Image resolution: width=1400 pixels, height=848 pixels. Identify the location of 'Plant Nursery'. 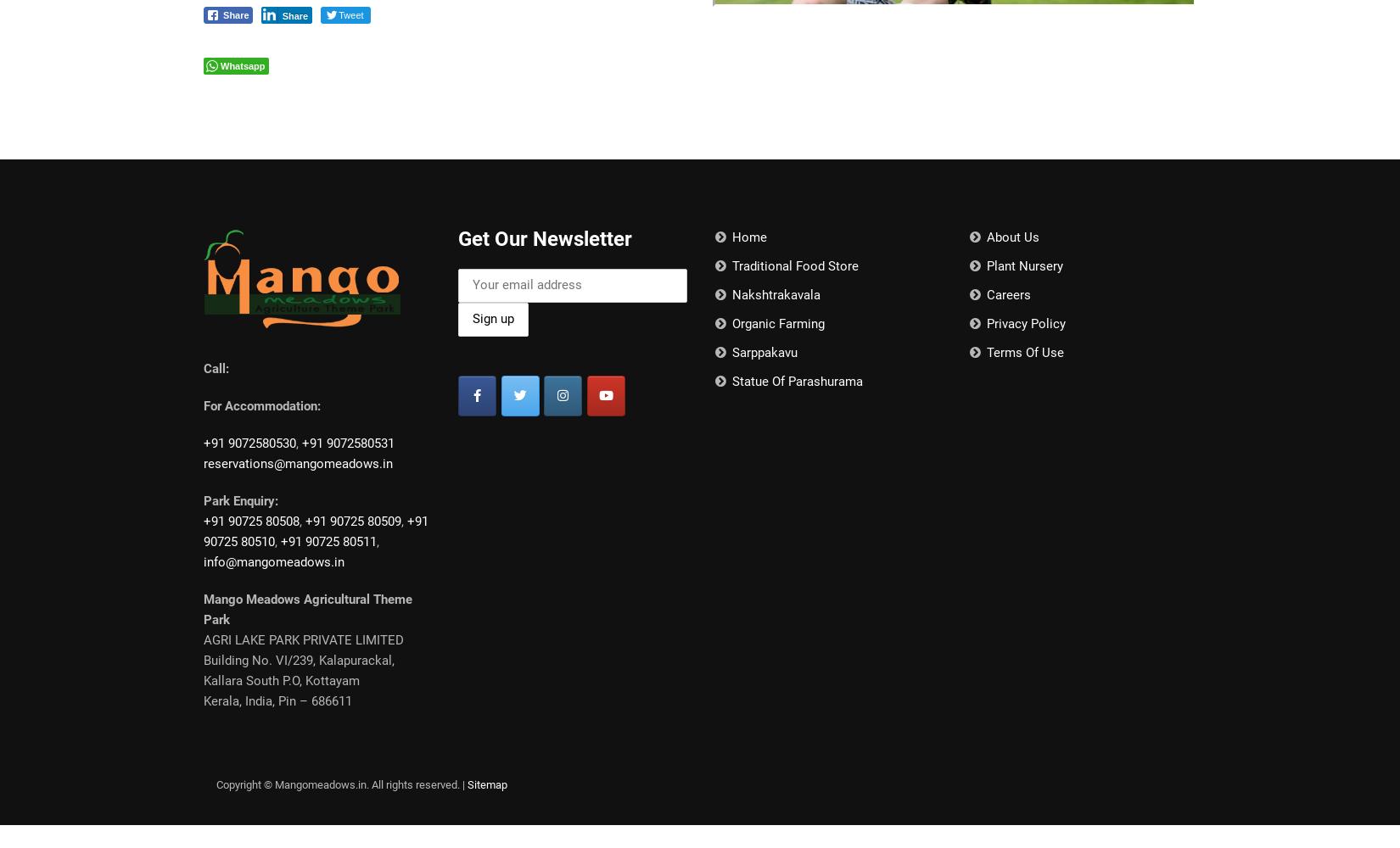
(1022, 265).